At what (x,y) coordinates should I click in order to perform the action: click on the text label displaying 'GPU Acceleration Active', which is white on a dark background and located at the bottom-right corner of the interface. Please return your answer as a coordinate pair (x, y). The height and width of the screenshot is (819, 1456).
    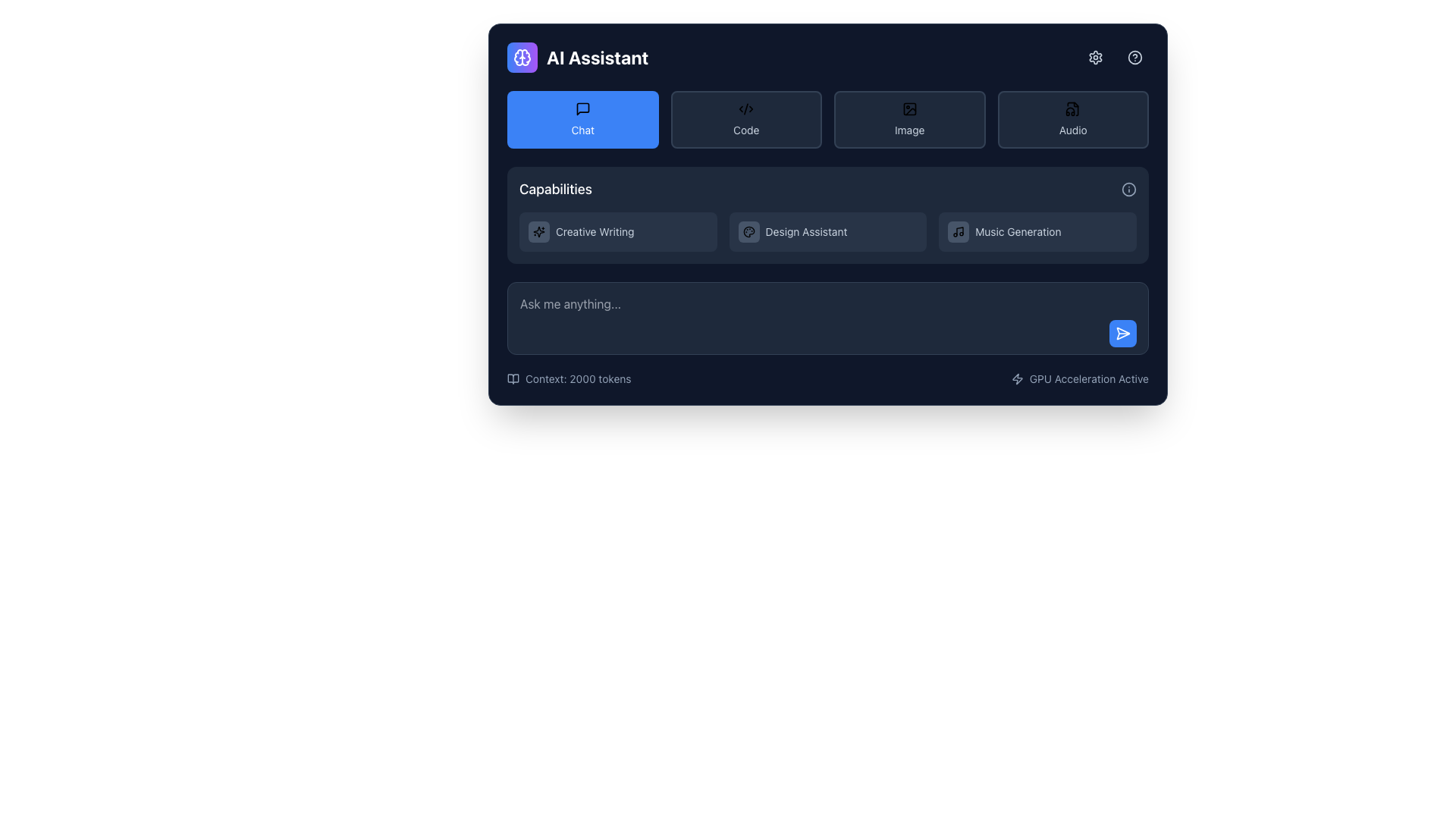
    Looking at the image, I should click on (1088, 378).